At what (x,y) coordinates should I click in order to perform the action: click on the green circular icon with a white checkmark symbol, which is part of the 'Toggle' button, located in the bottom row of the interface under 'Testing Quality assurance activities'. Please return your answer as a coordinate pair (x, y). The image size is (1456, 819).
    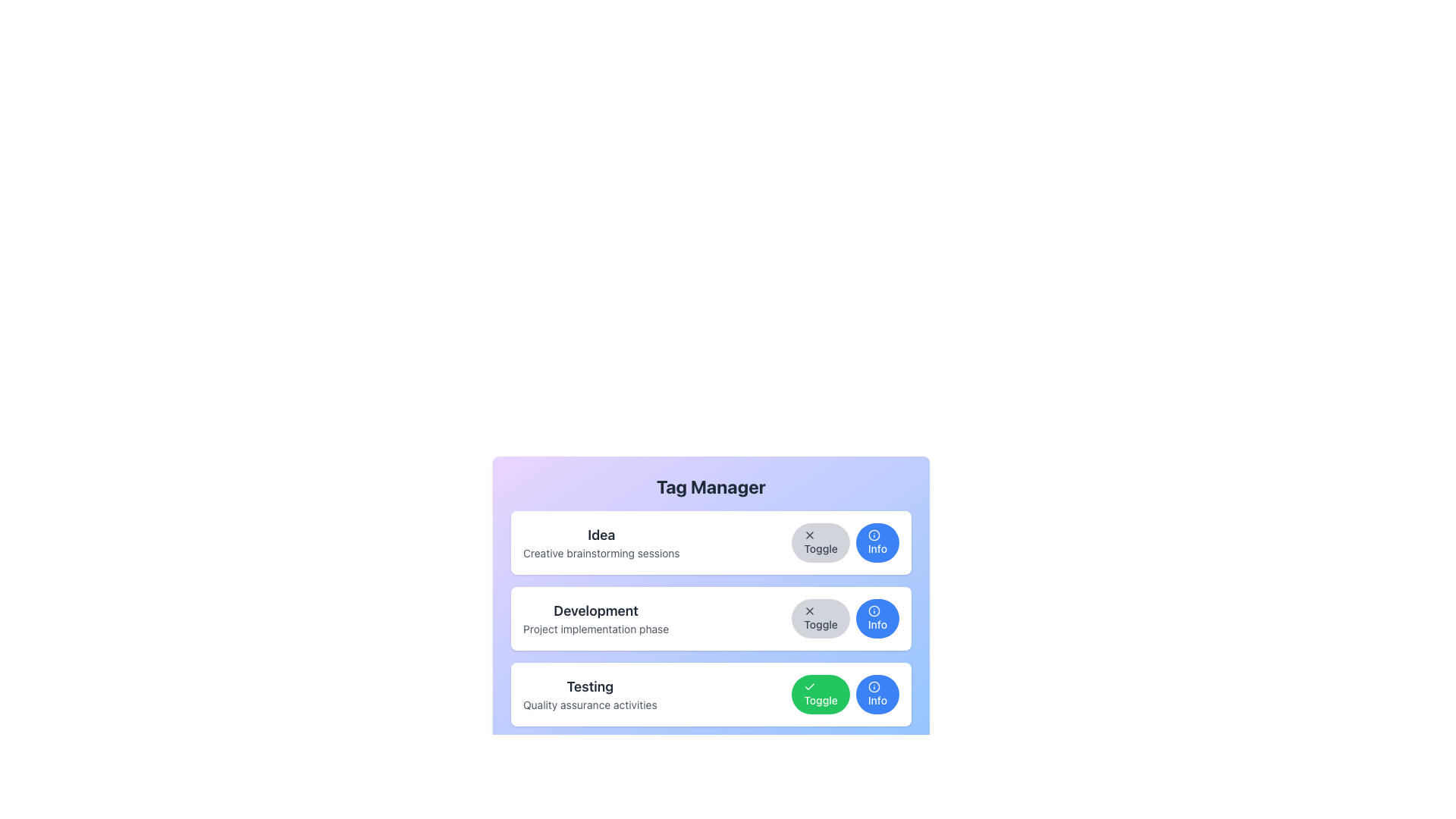
    Looking at the image, I should click on (809, 687).